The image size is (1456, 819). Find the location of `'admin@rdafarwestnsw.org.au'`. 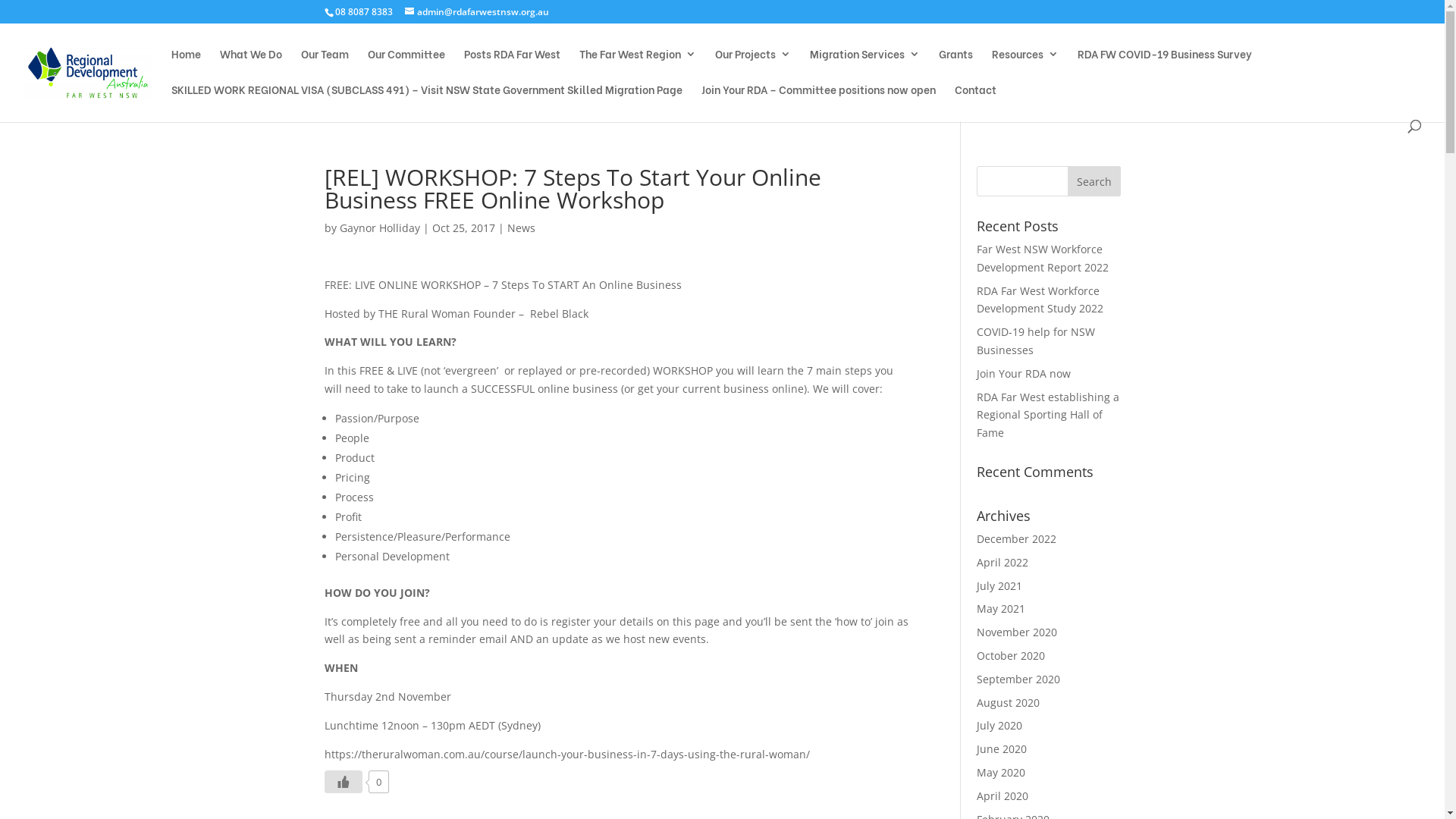

'admin@rdafarwestnsw.org.au' is located at coordinates (475, 11).